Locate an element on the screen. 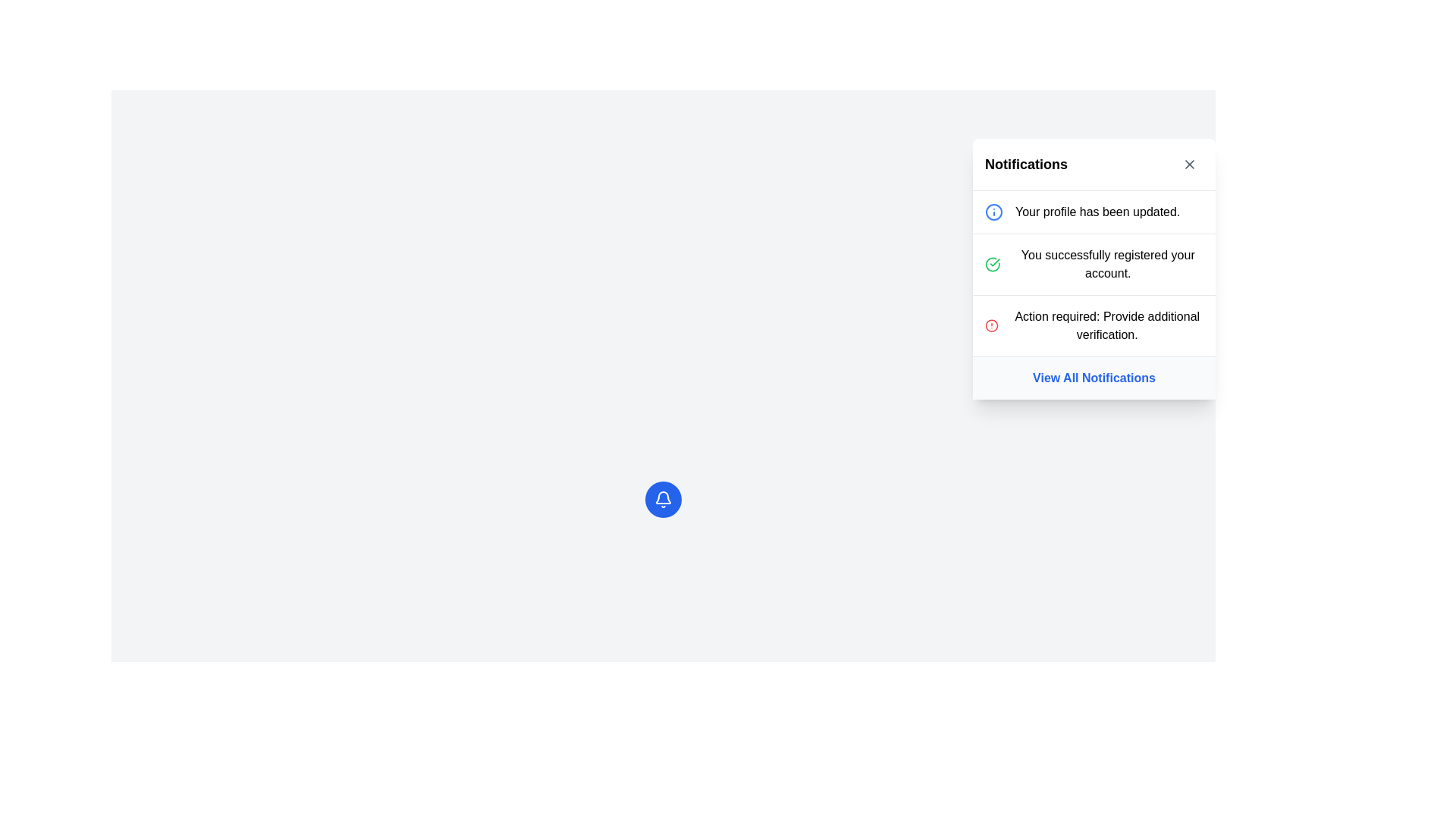 The height and width of the screenshot is (819, 1456). the red circular SVG graphic indicating an alert or warning message, which is centered within its notification icon on the right-hand notification panel is located at coordinates (992, 325).